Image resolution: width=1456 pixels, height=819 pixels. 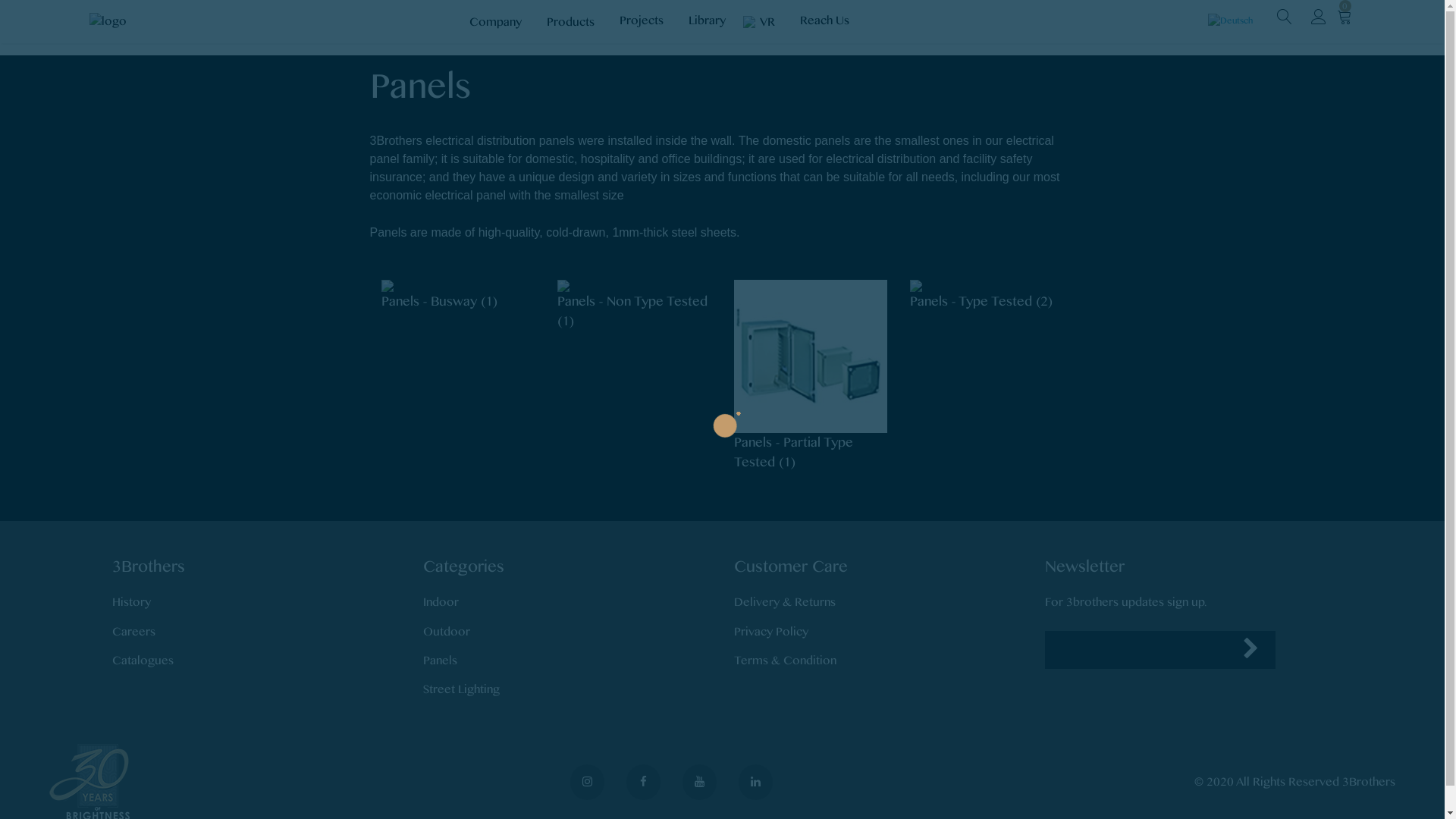 I want to click on 'Deutsch', so click(x=1229, y=20).